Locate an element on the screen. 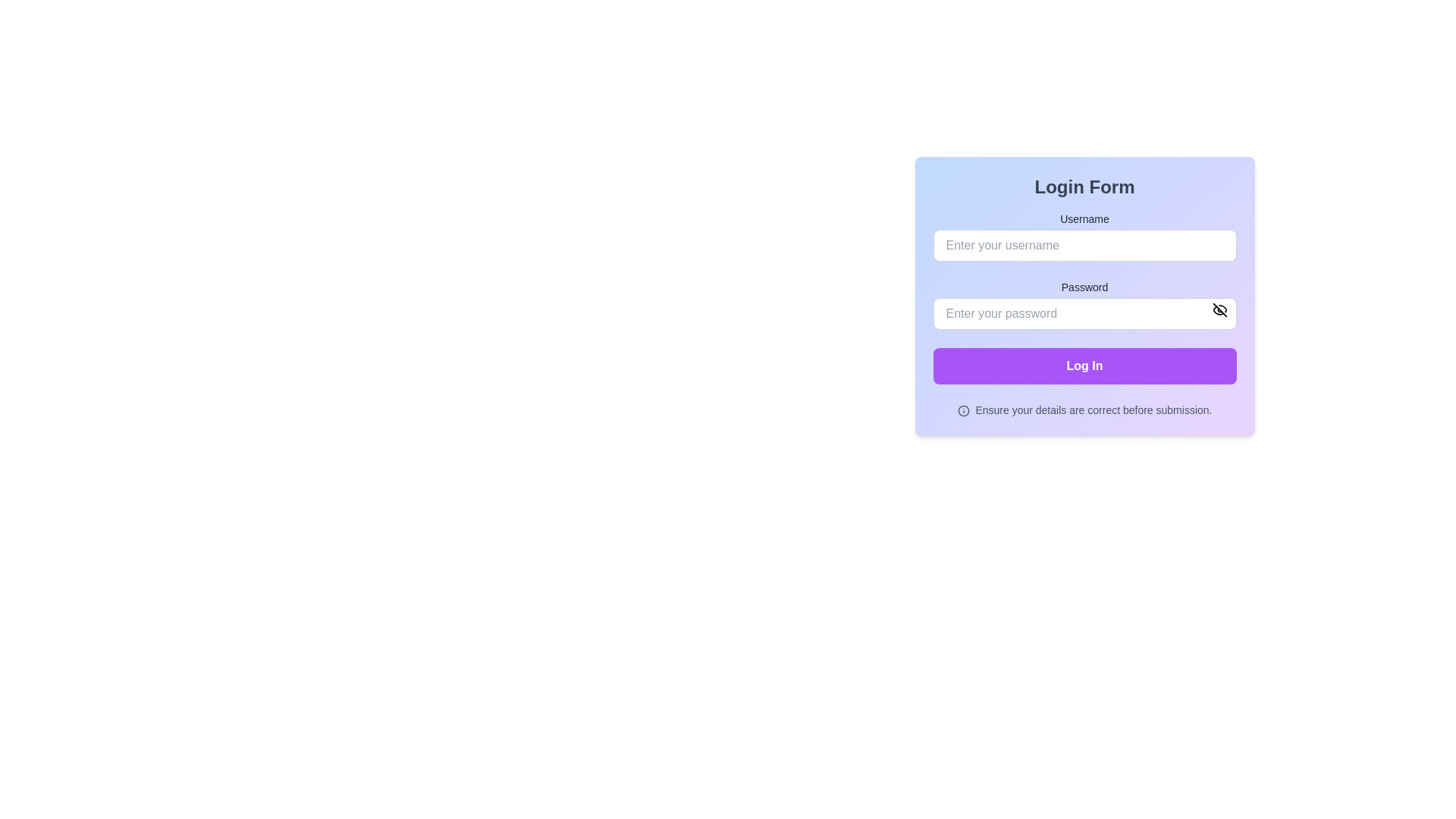  the circular information icon with a question mark inside it, located is located at coordinates (962, 411).